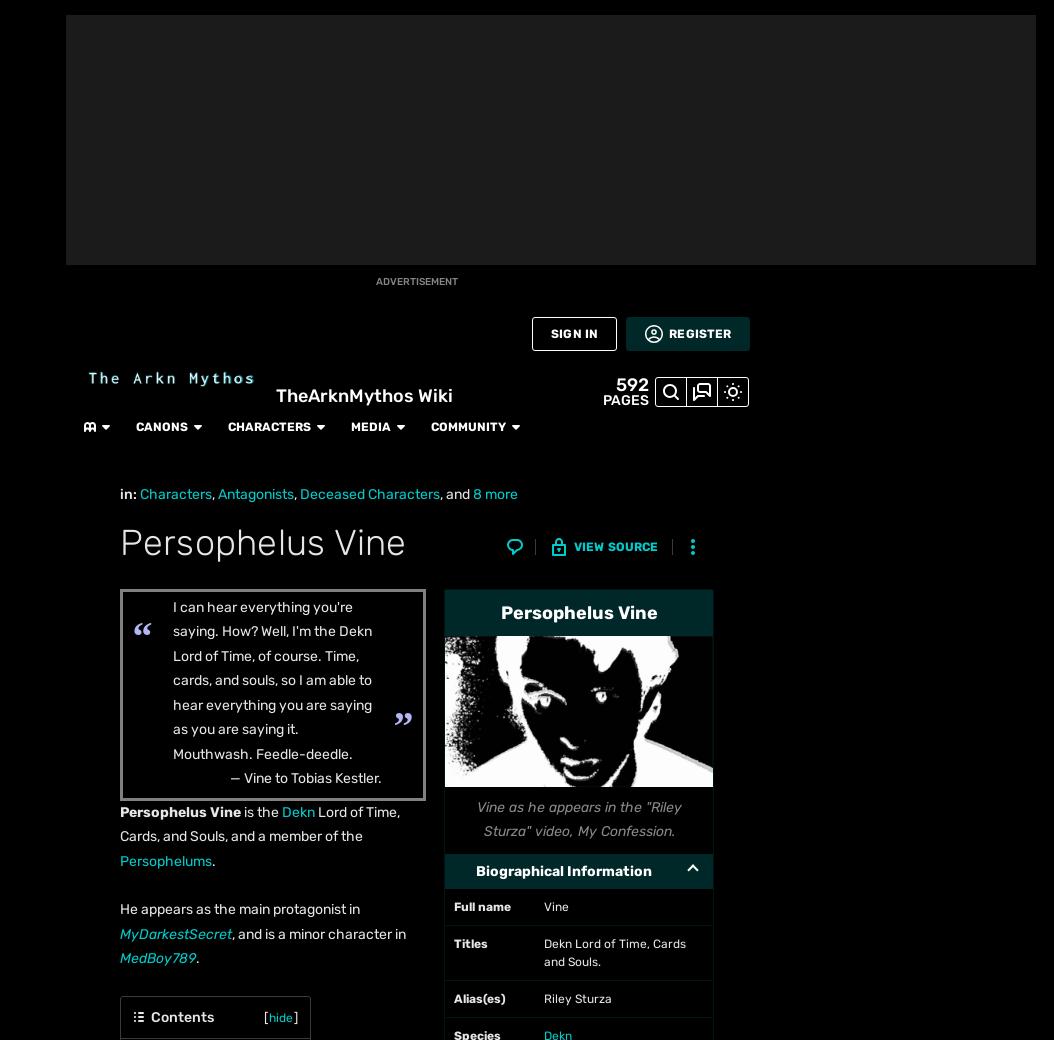 This screenshot has height=1040, width=1054. Describe the element at coordinates (219, 391) in the screenshot. I see `'Glitchlings'` at that location.